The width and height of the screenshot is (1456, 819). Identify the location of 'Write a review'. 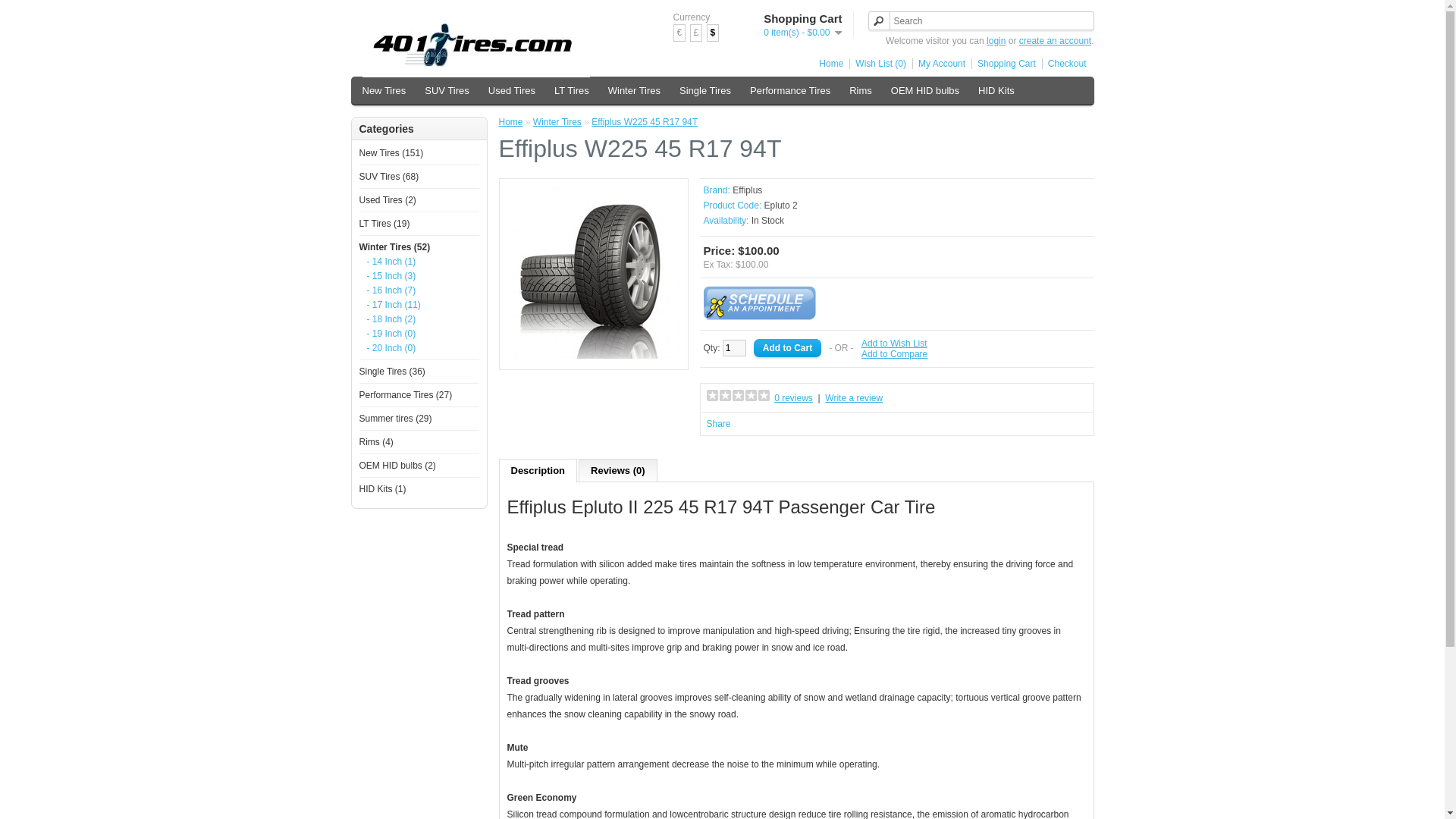
(824, 397).